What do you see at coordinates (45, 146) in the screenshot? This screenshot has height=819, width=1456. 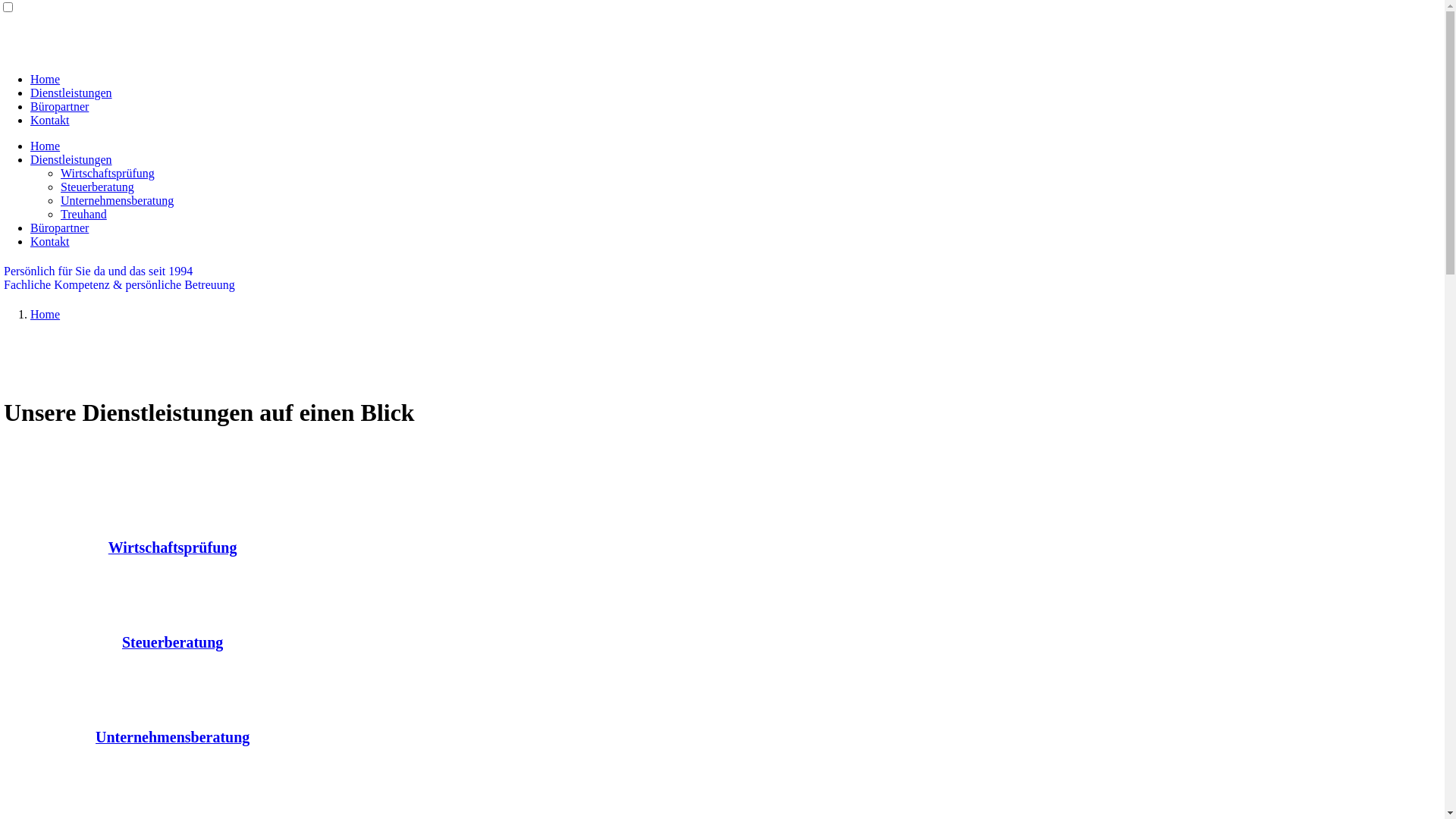 I see `'Home'` at bounding box center [45, 146].